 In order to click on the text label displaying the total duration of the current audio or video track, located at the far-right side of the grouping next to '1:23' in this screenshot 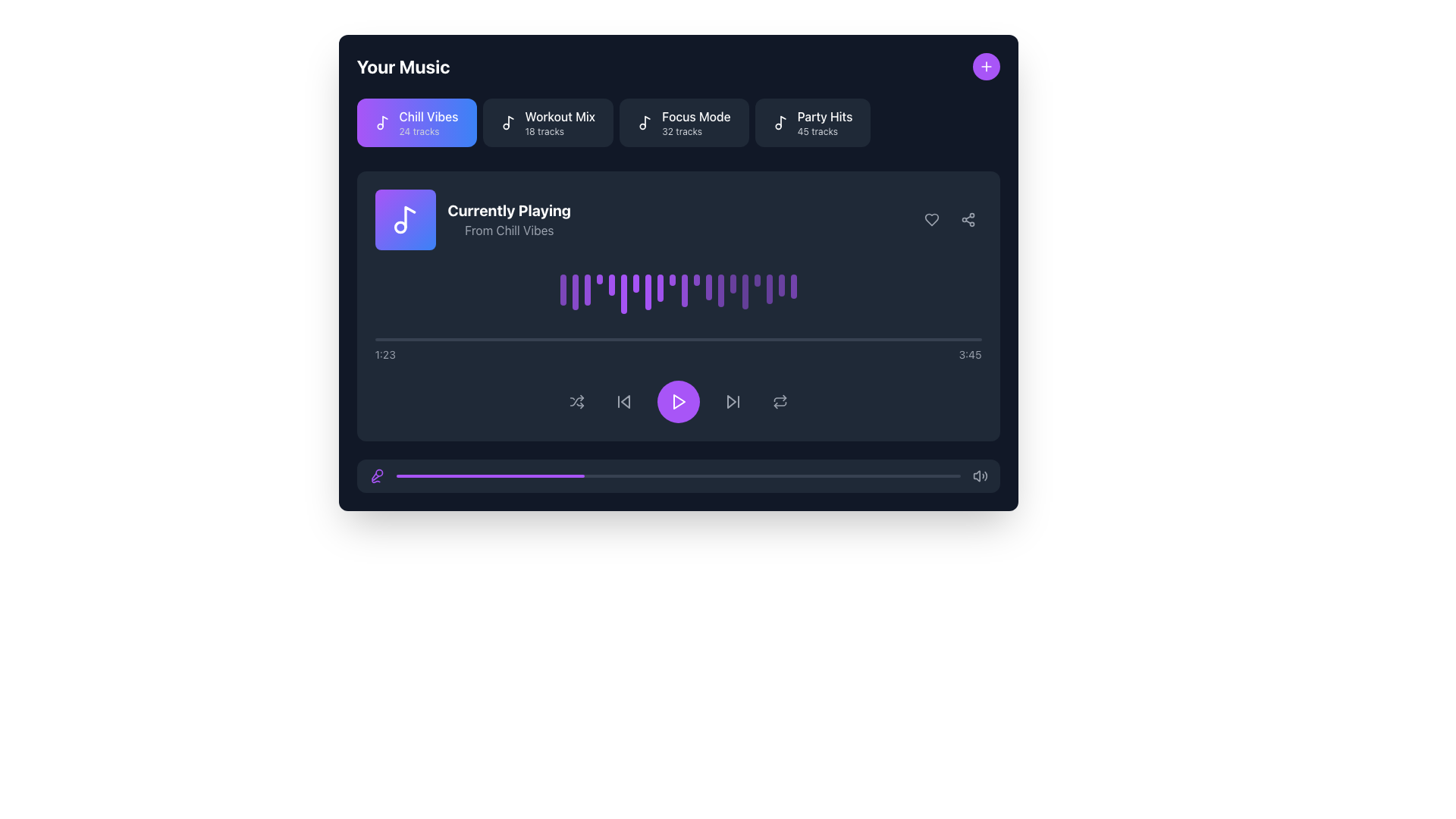, I will do `click(969, 355)`.